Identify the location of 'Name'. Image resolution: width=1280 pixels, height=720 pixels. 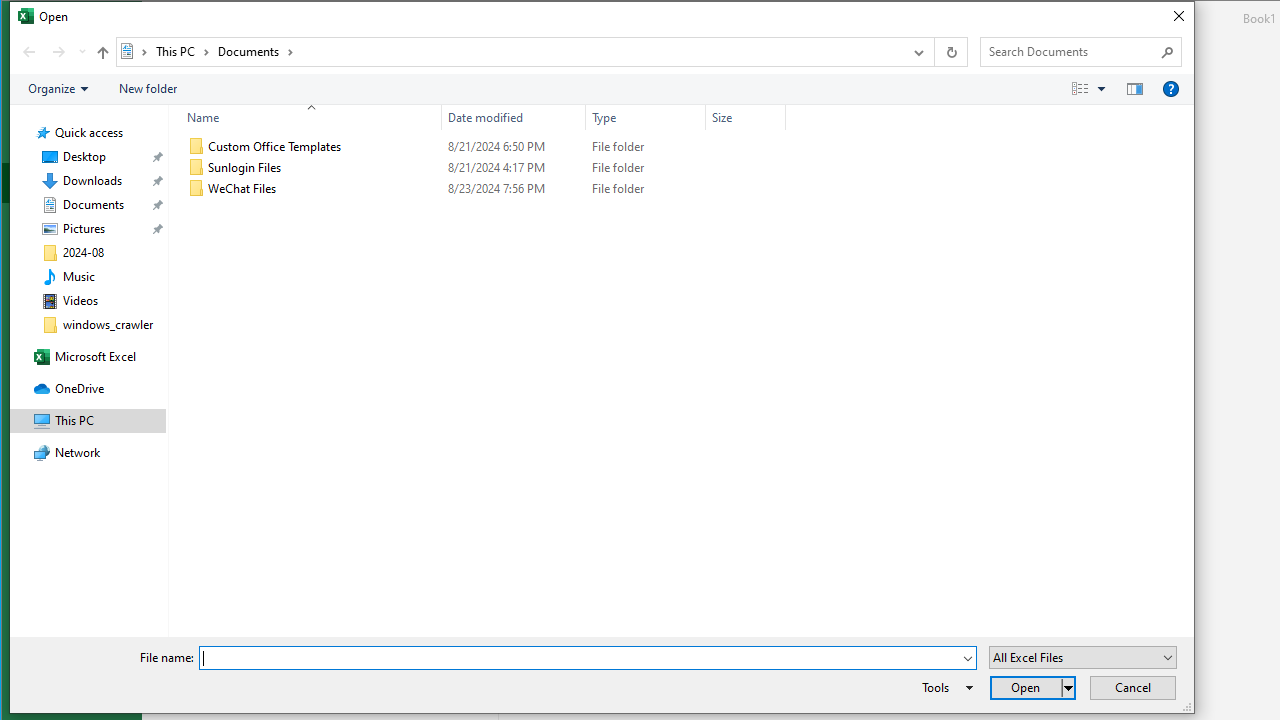
(304, 117).